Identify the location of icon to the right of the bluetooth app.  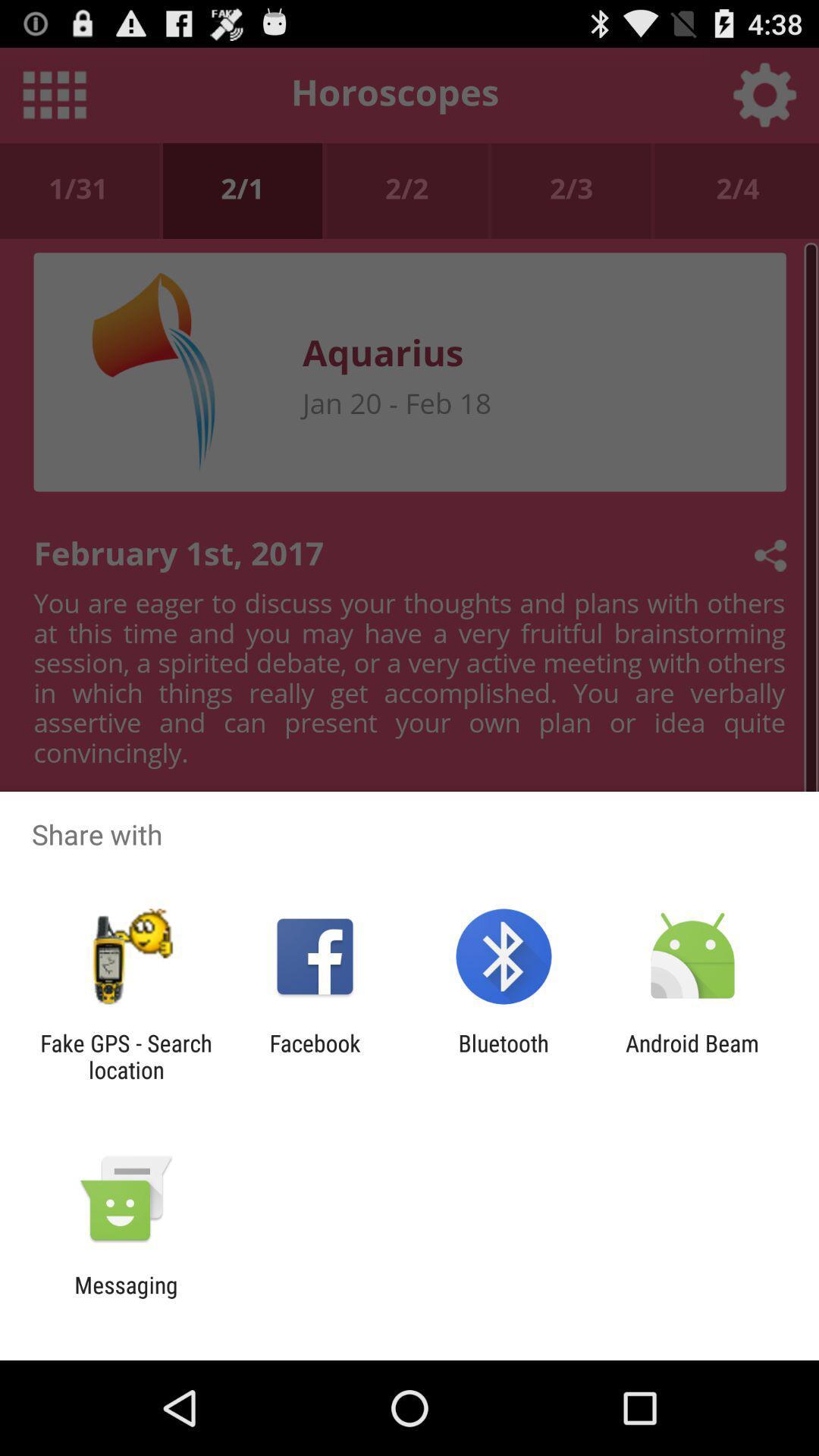
(692, 1056).